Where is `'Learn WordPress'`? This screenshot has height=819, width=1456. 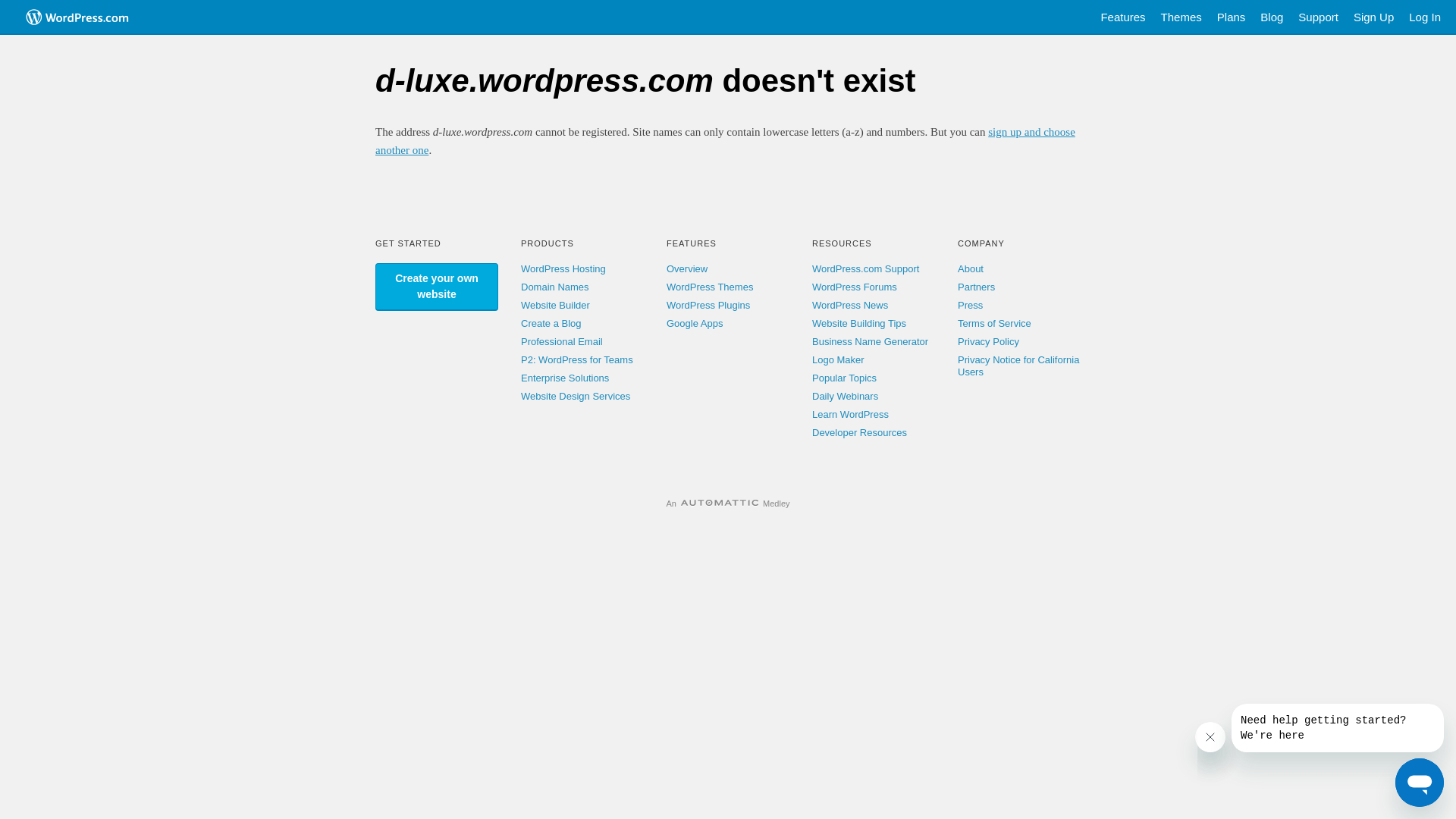
'Learn WordPress' is located at coordinates (850, 414).